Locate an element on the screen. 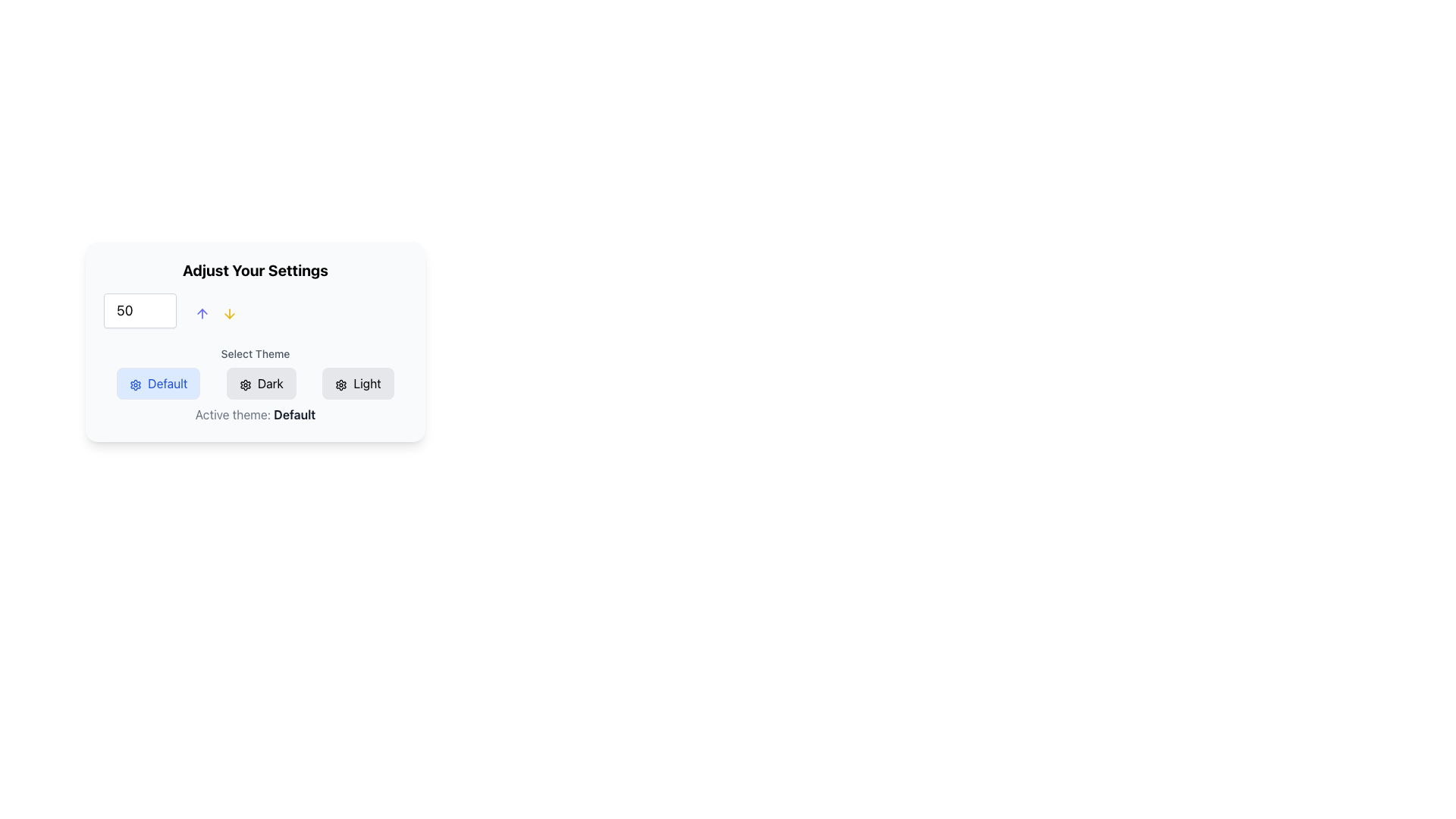 The width and height of the screenshot is (1456, 819). the upward arrow icon located in the button group at the top of the settings panel is located at coordinates (202, 312).